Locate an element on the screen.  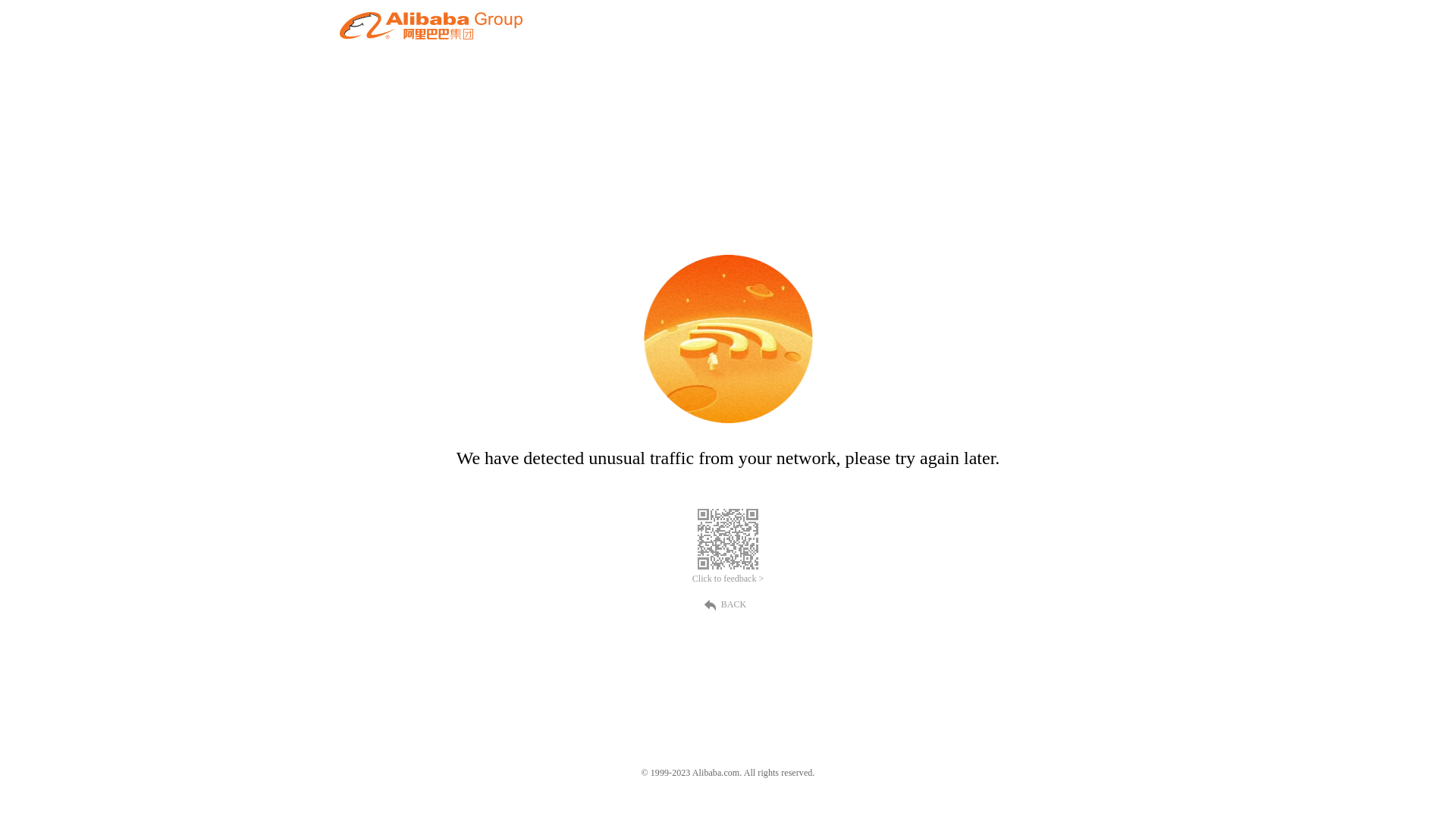
'Click to feedback >' is located at coordinates (728, 579).